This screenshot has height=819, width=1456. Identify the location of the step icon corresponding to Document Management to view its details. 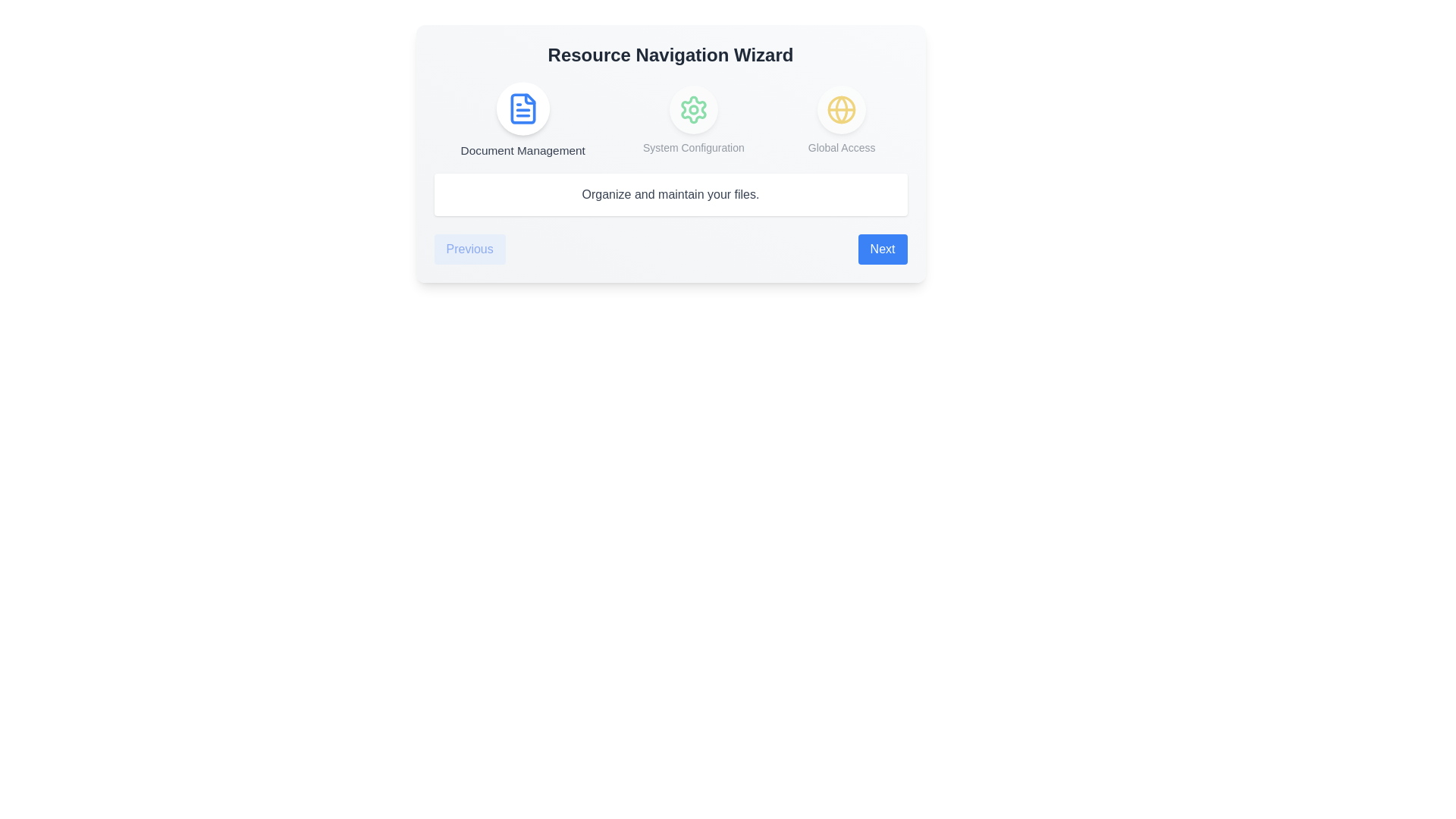
(522, 108).